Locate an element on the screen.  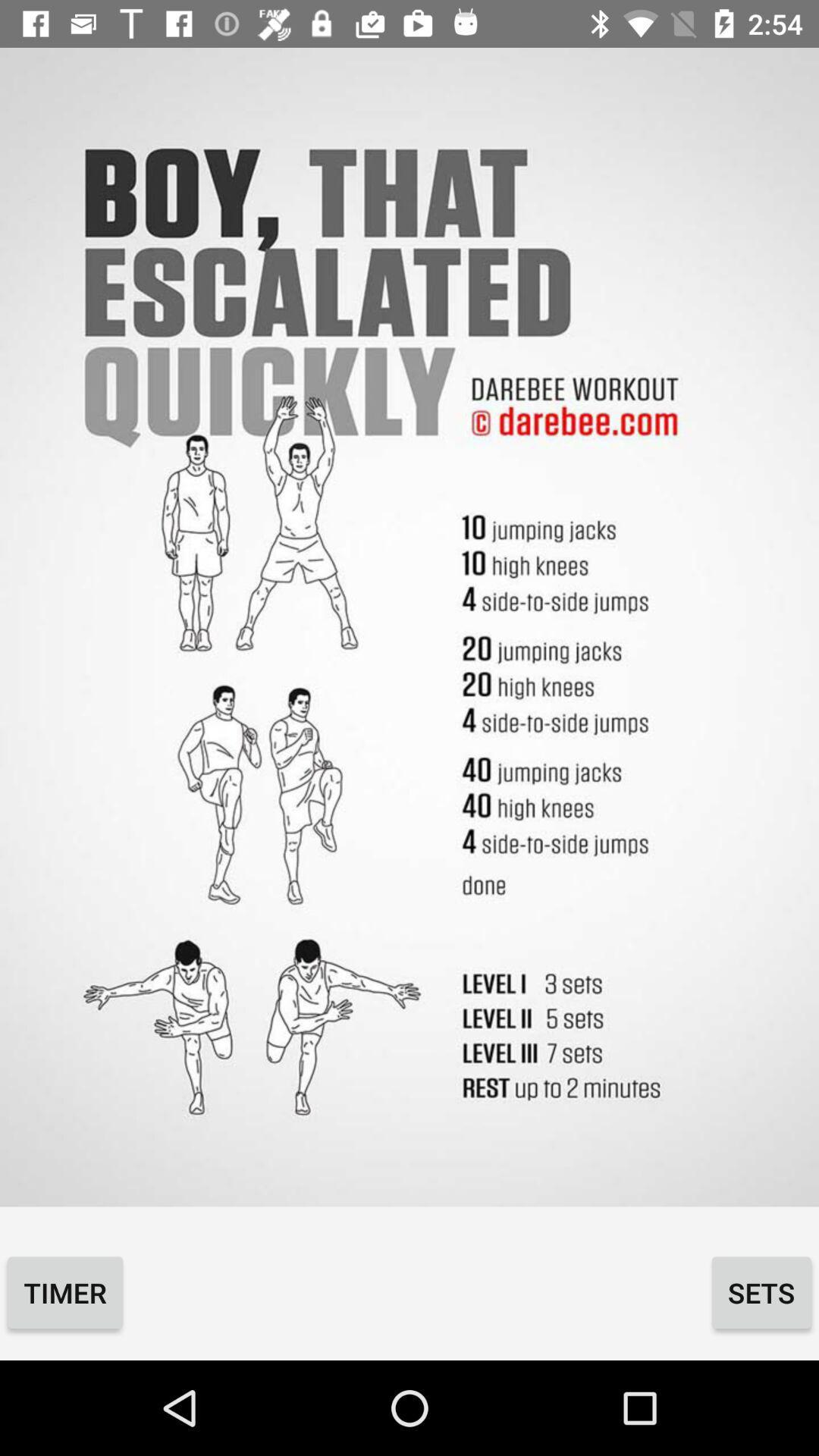
the sets icon is located at coordinates (761, 1291).